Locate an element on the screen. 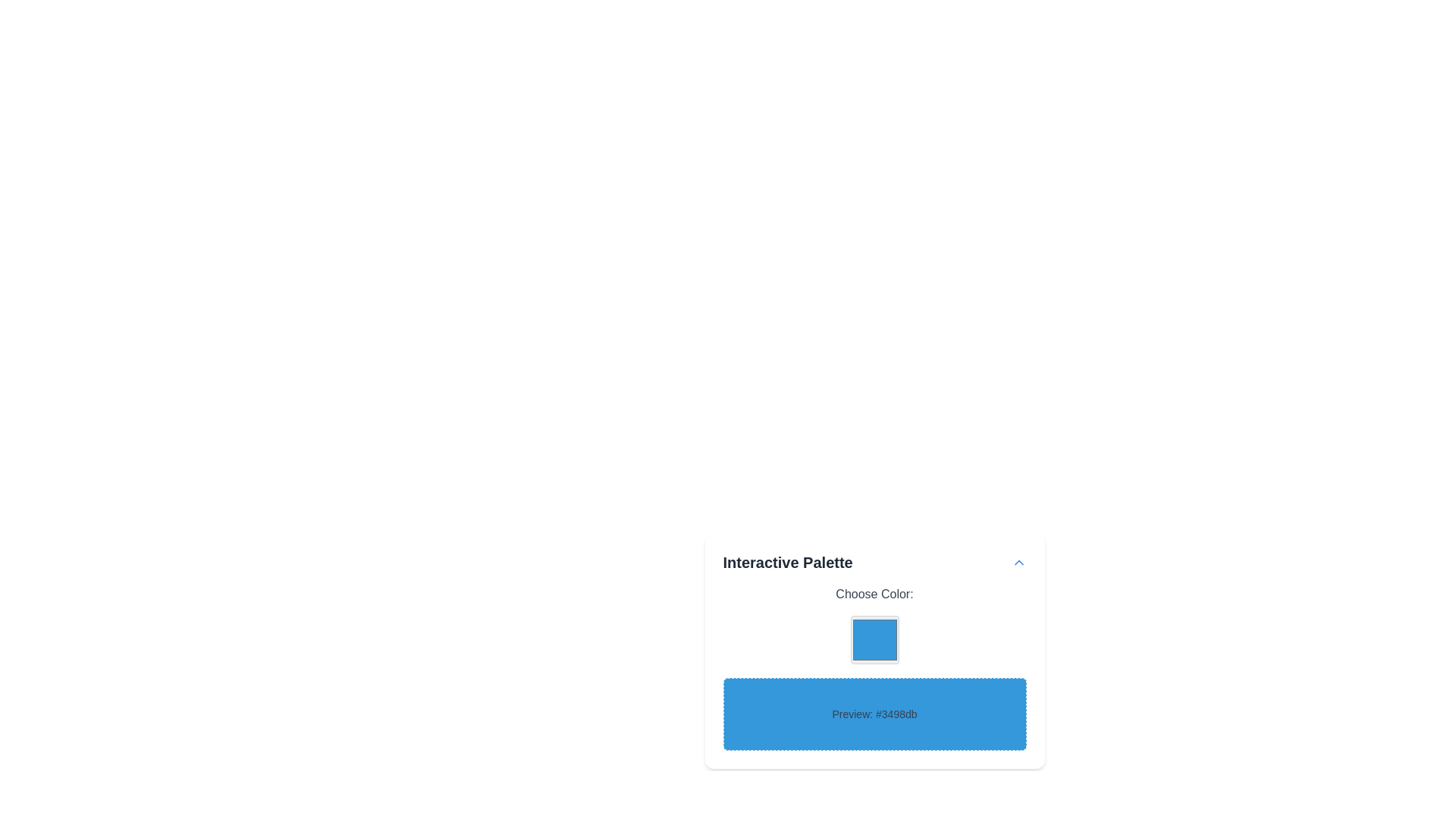 The width and height of the screenshot is (1456, 819). the text label displaying 'Choose Color:' which is styled with a subtle gray color and is centered above the color picker and preview box is located at coordinates (874, 593).